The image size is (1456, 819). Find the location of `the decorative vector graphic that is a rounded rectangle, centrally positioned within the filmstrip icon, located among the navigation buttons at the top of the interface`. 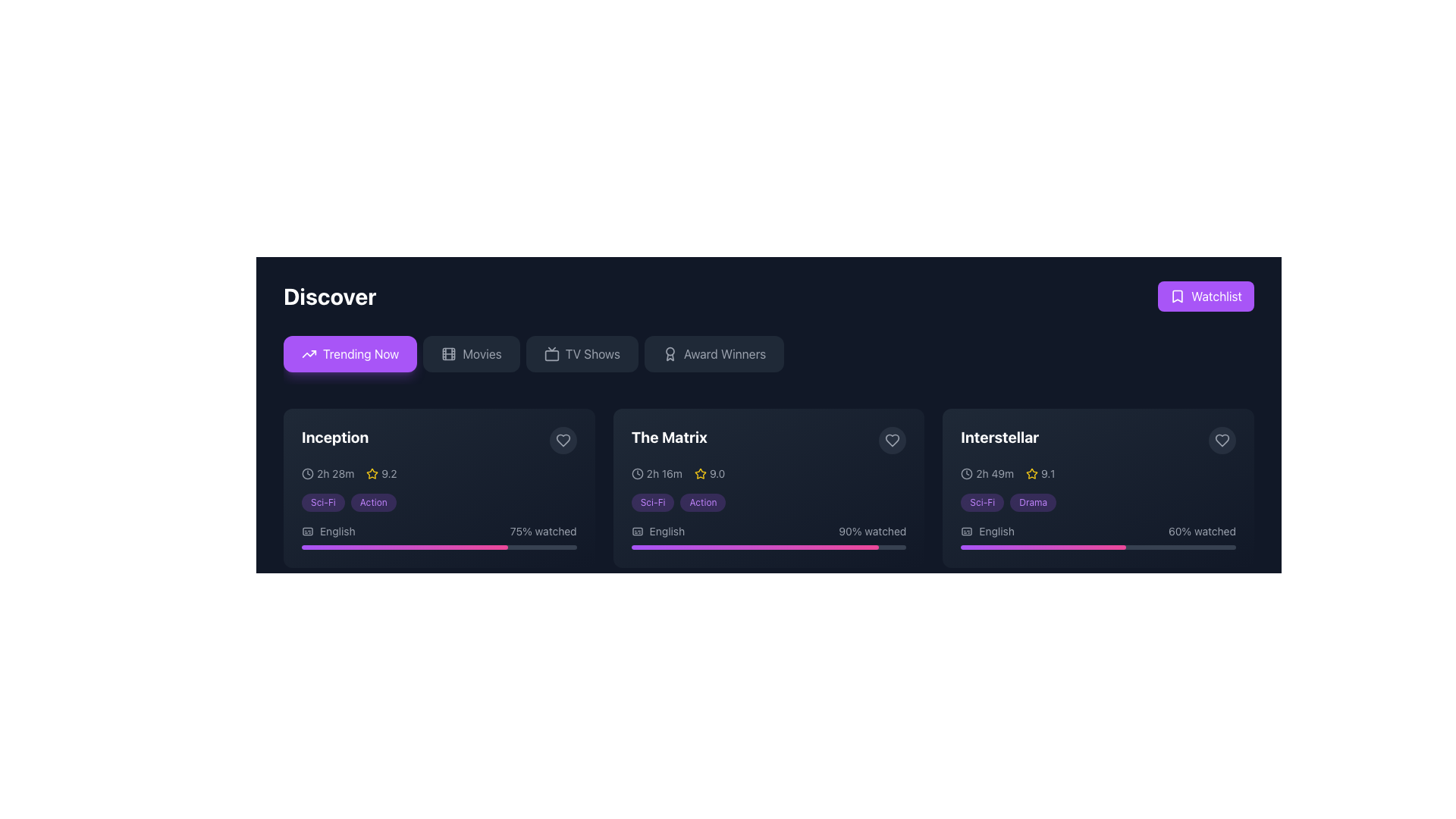

the decorative vector graphic that is a rounded rectangle, centrally positioned within the filmstrip icon, located among the navigation buttons at the top of the interface is located at coordinates (448, 353).